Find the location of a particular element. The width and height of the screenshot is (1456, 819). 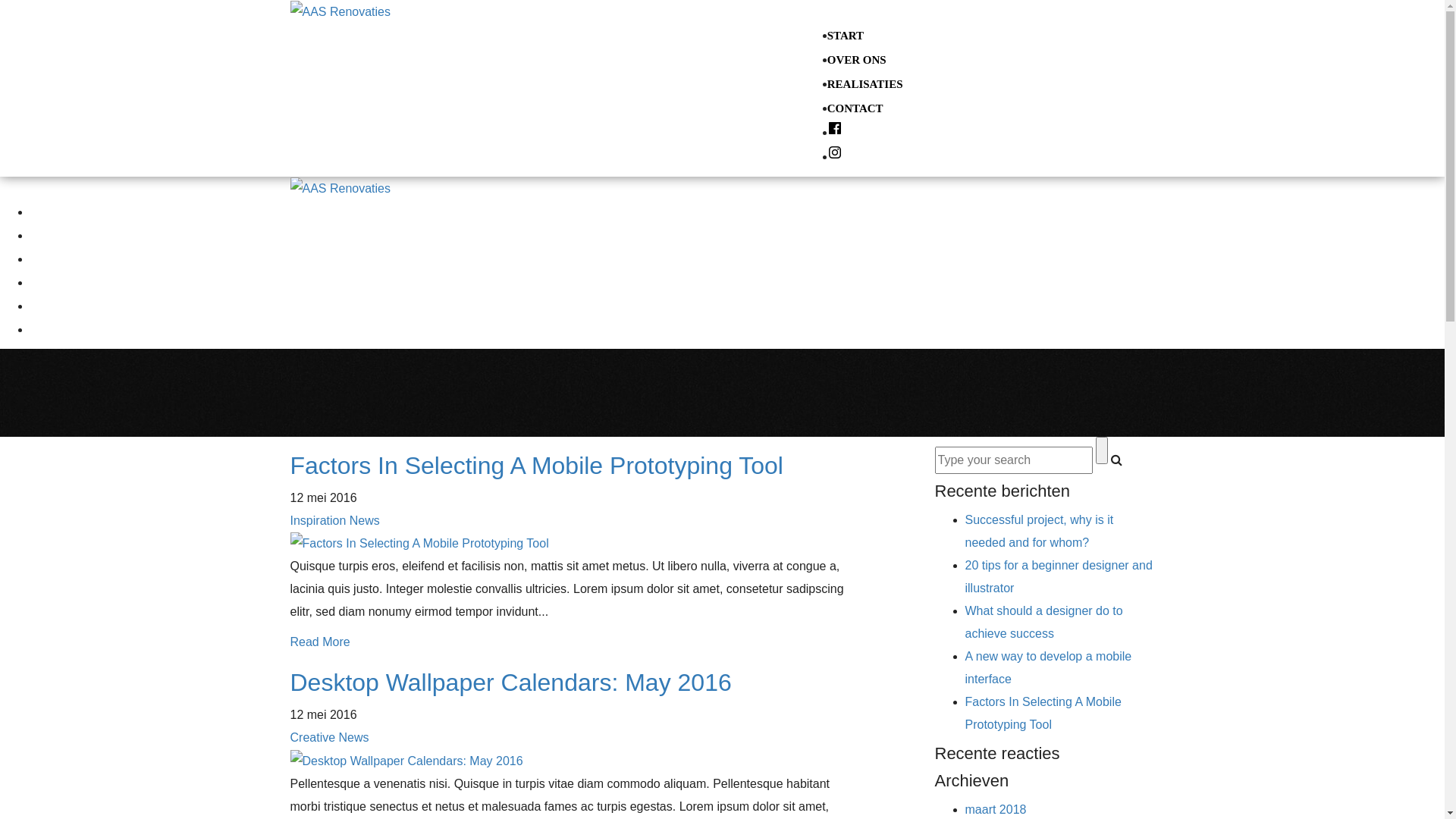

'Creative' is located at coordinates (312, 736).